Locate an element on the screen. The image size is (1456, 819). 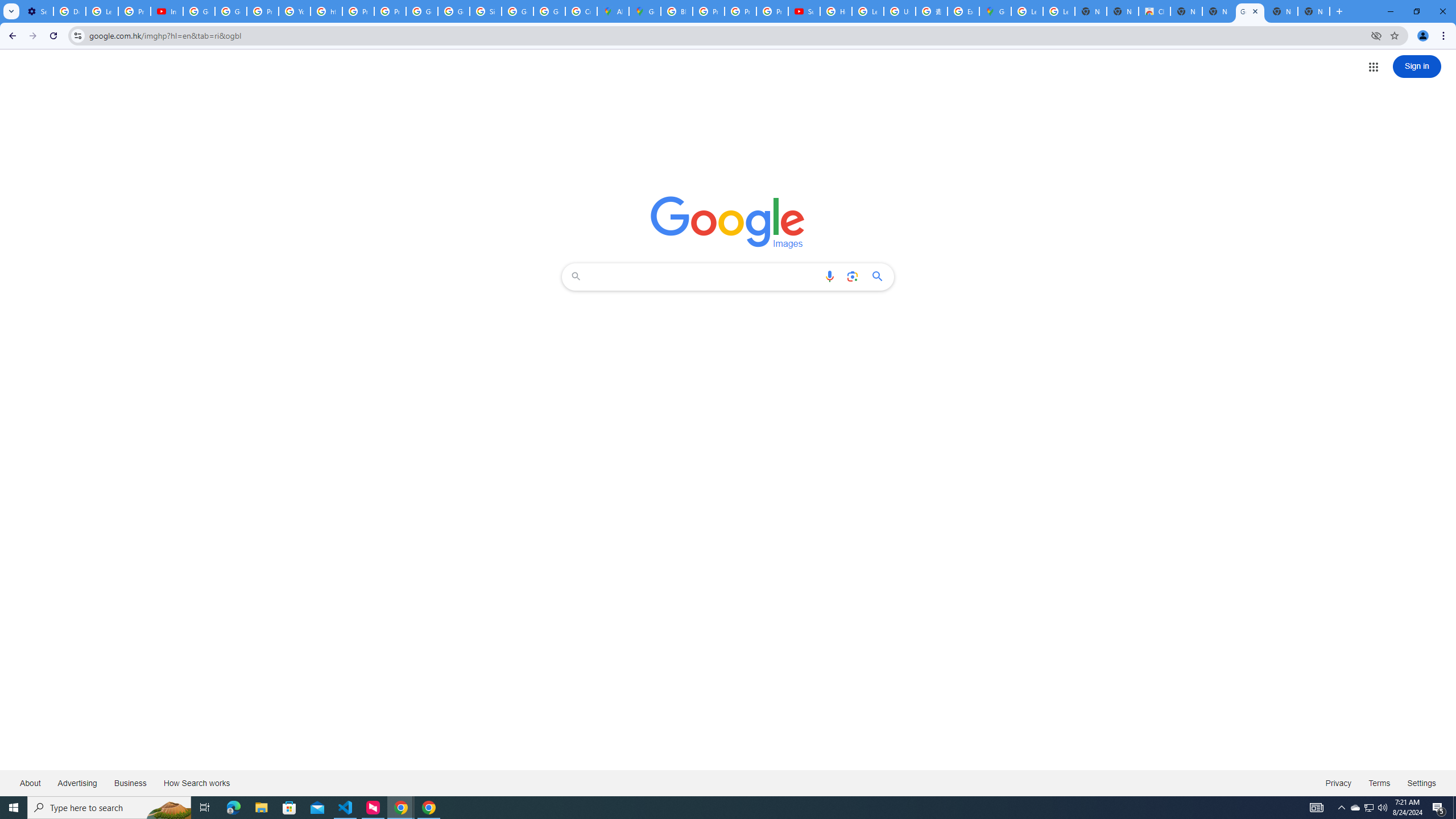
'How Search works' is located at coordinates (196, 782).